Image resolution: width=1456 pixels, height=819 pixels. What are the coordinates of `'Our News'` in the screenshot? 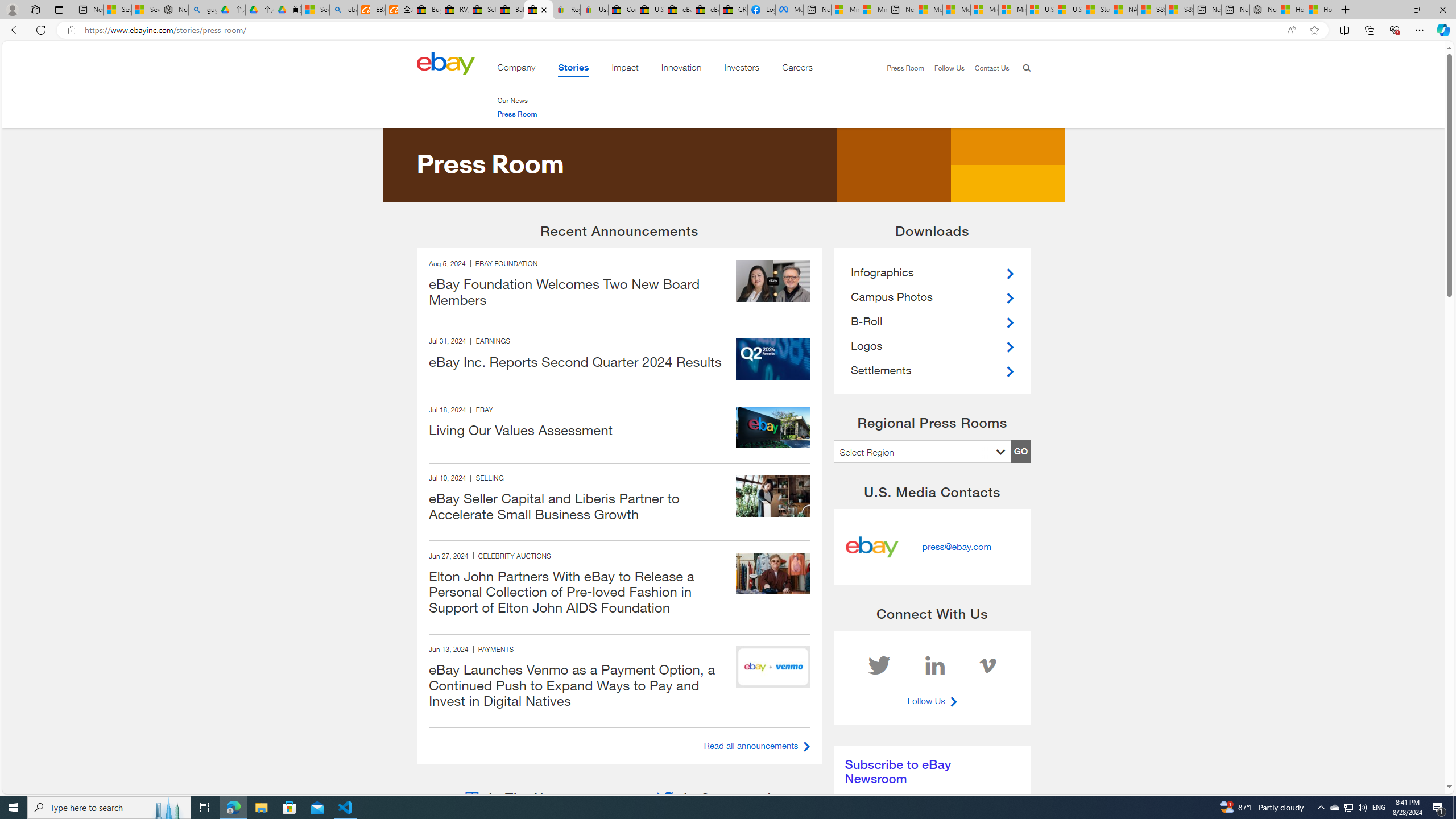 It's located at (516, 100).